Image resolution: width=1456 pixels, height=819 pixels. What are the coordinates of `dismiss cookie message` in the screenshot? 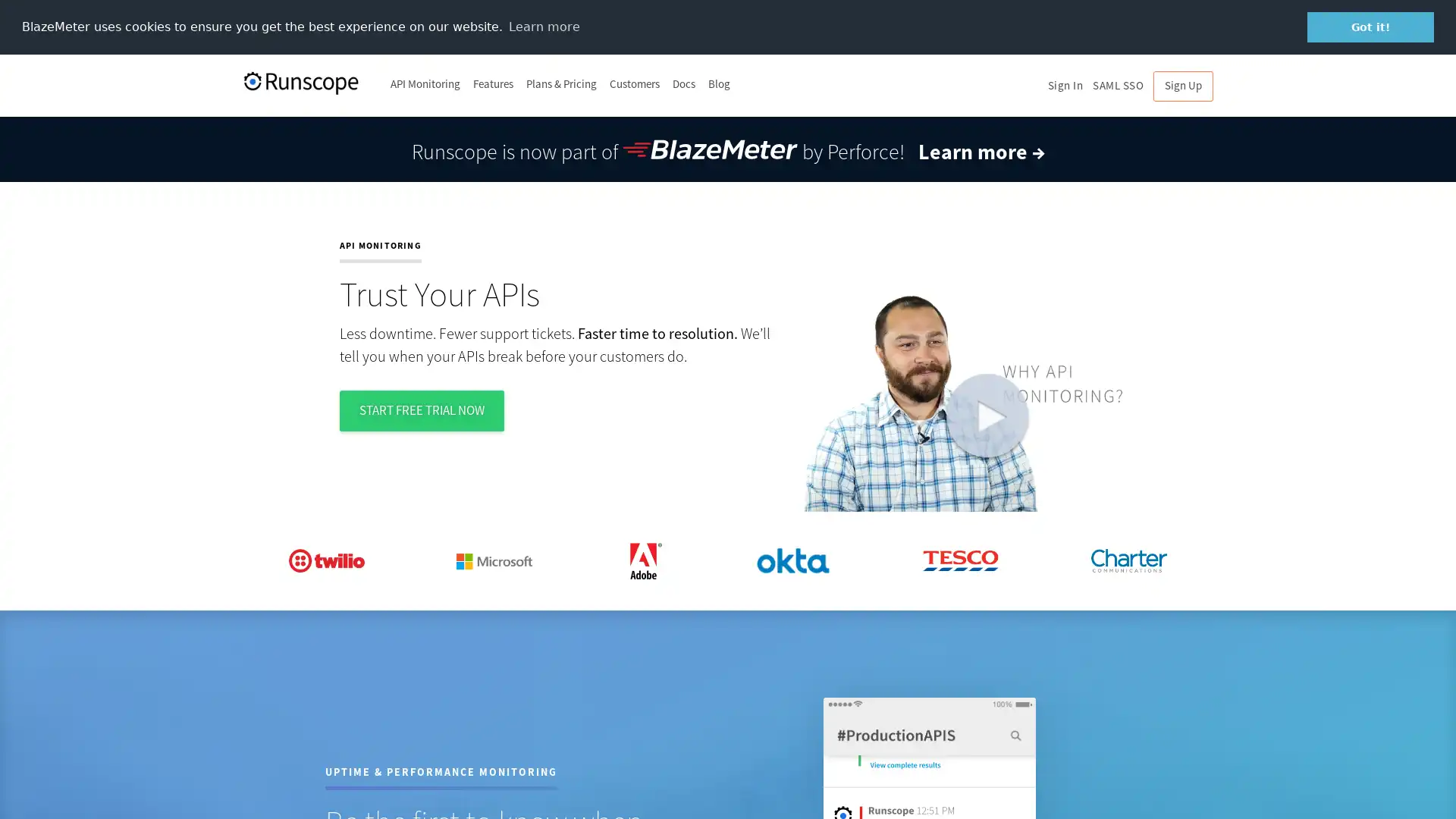 It's located at (1370, 27).